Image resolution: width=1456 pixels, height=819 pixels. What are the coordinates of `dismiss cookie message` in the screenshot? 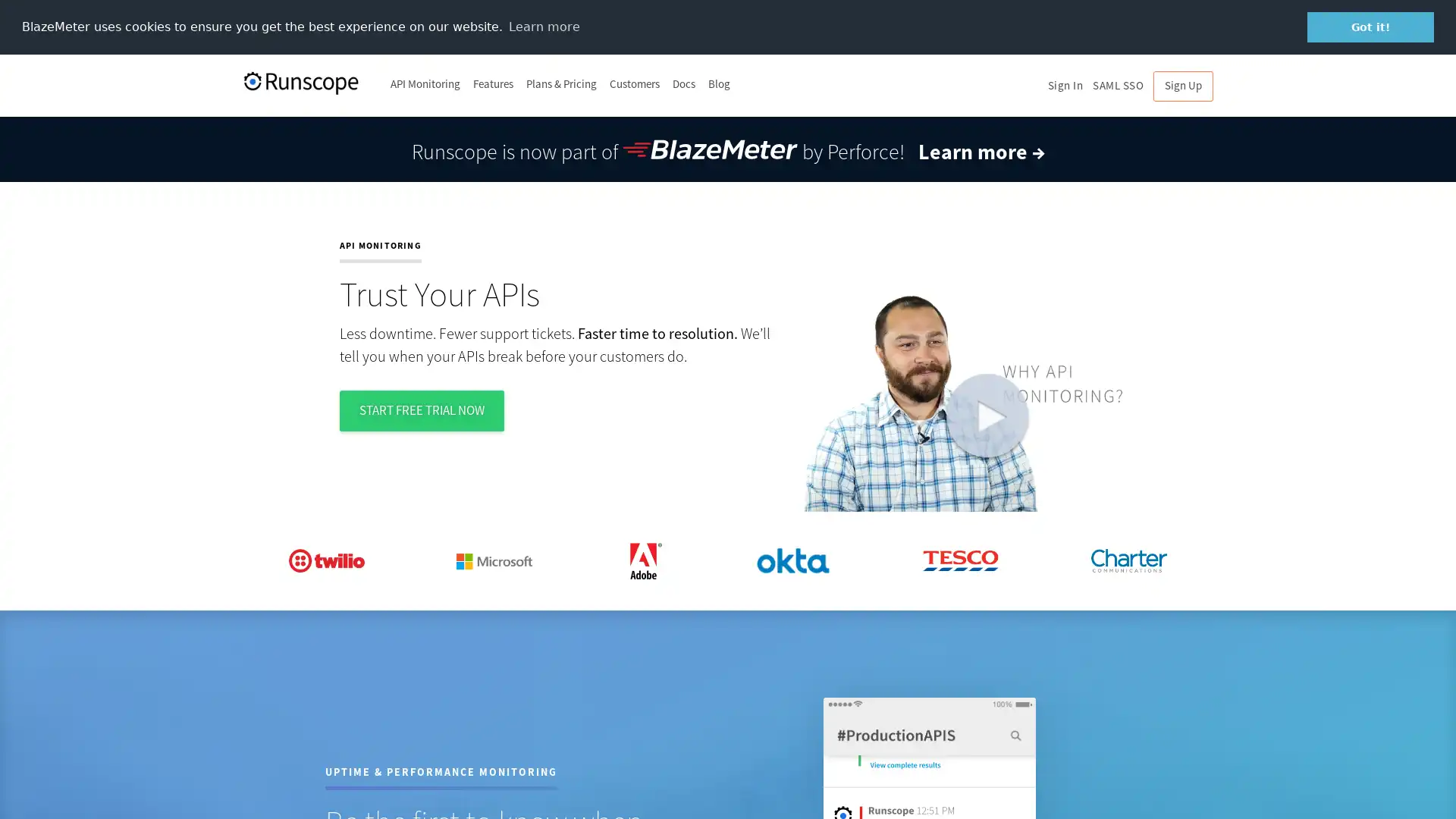 It's located at (1370, 27).